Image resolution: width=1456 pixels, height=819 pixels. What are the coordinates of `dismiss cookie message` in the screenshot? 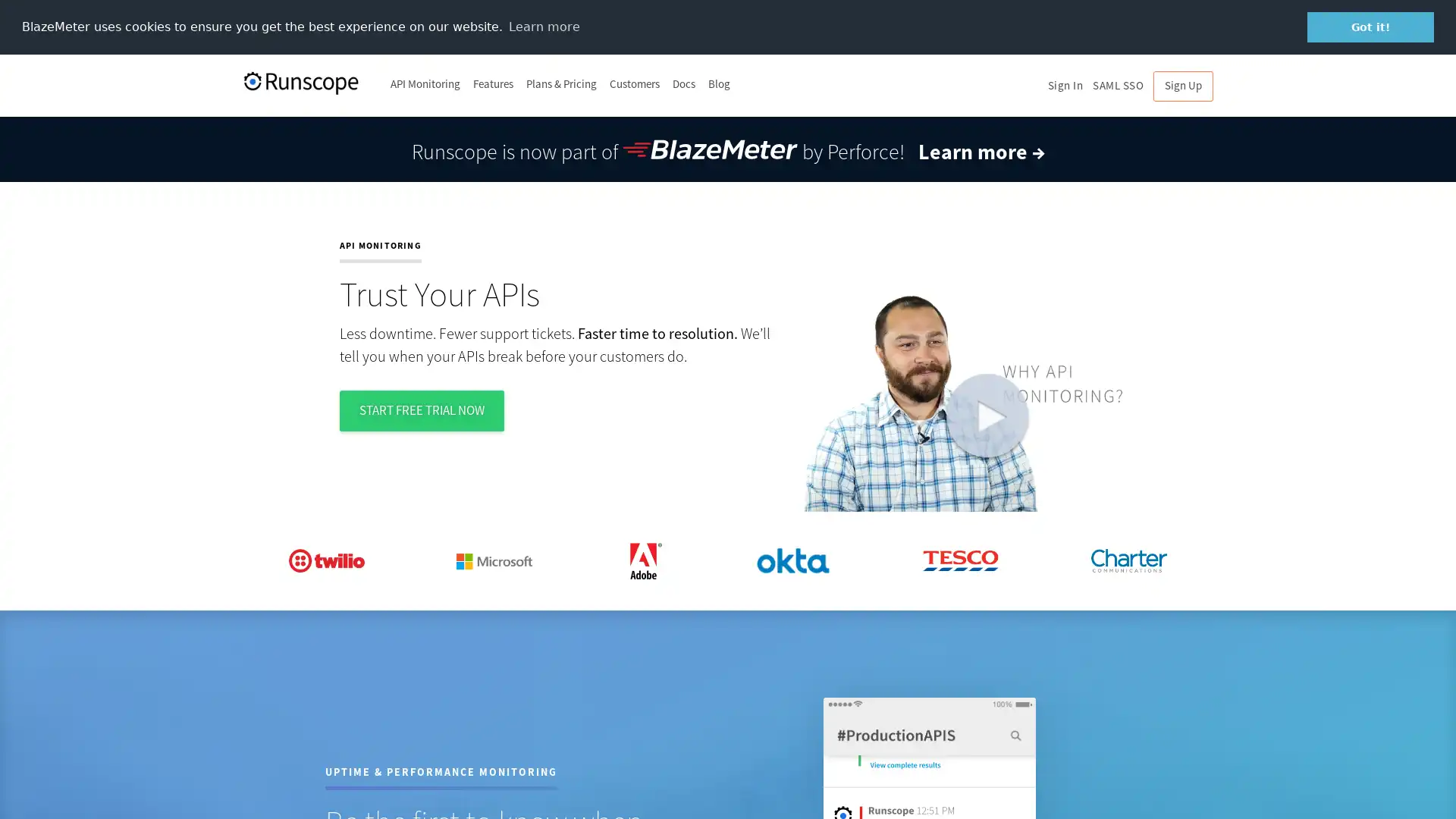 It's located at (1370, 27).